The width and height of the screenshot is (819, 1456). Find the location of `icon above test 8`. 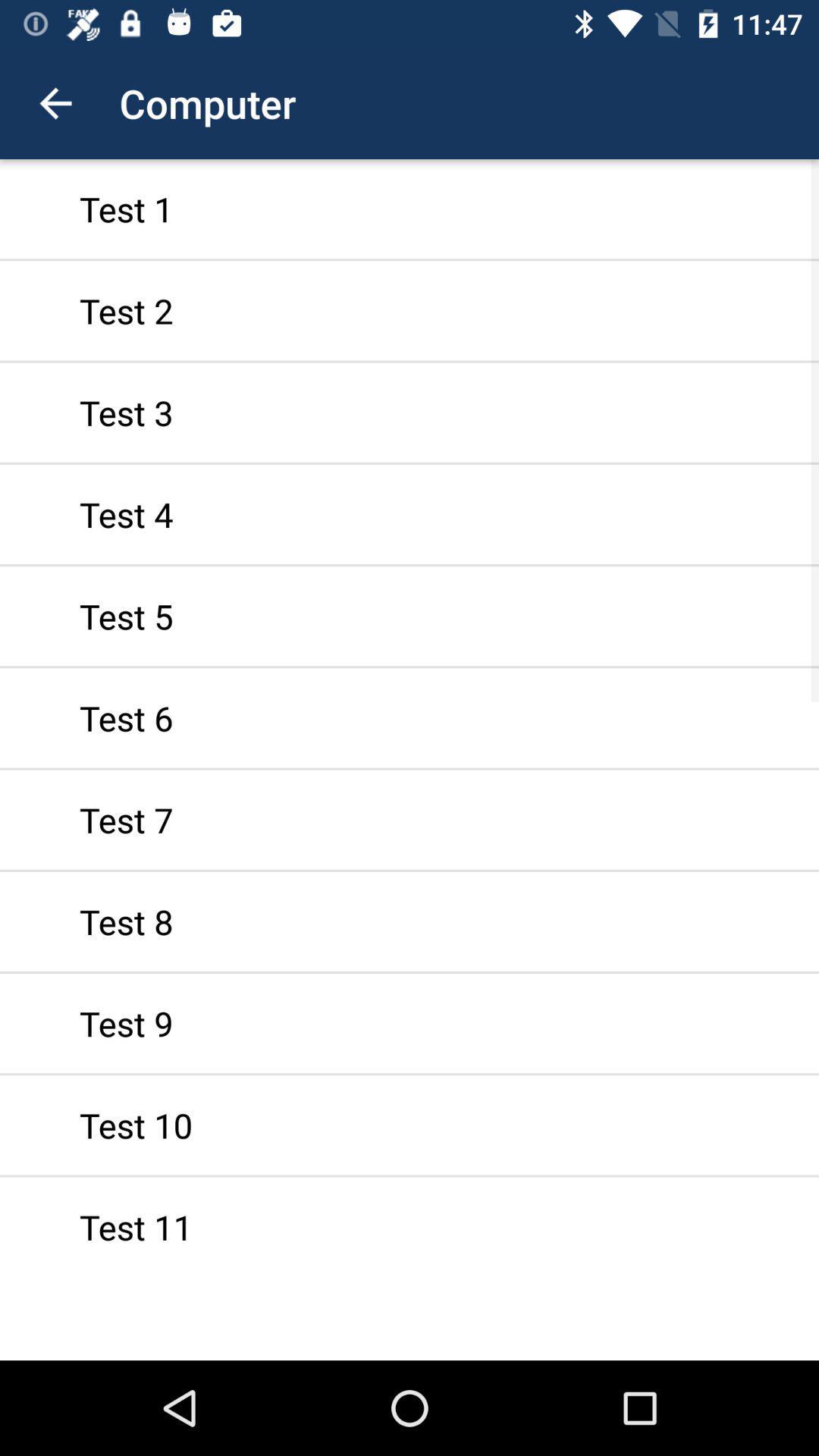

icon above test 8 is located at coordinates (409, 819).